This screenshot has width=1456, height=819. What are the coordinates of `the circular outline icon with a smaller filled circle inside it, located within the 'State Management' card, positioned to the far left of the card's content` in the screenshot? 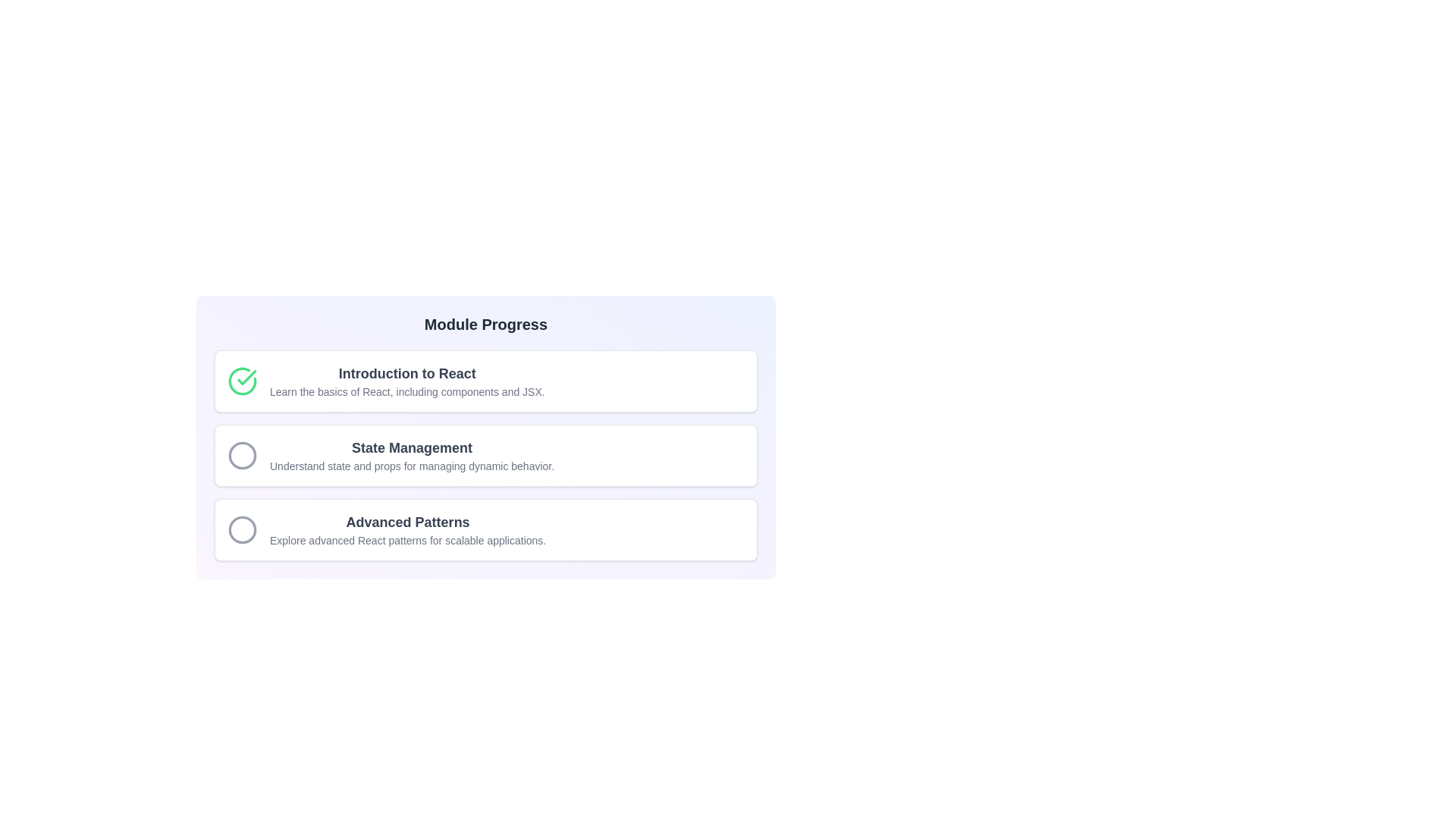 It's located at (243, 455).